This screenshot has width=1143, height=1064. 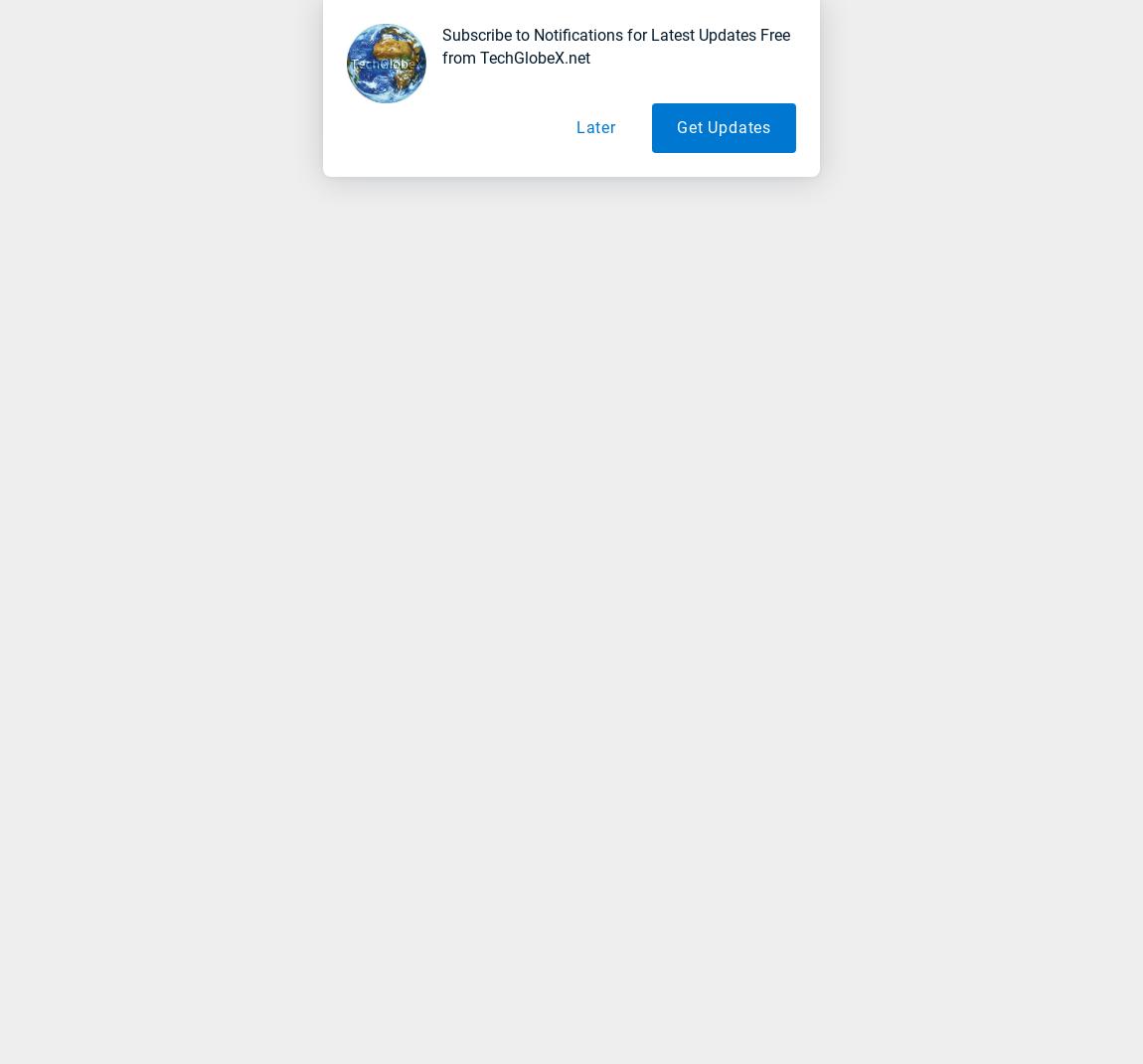 What do you see at coordinates (245, 1043) in the screenshot?
I see `'SERPs (Search Engine Ranking Pages)'` at bounding box center [245, 1043].